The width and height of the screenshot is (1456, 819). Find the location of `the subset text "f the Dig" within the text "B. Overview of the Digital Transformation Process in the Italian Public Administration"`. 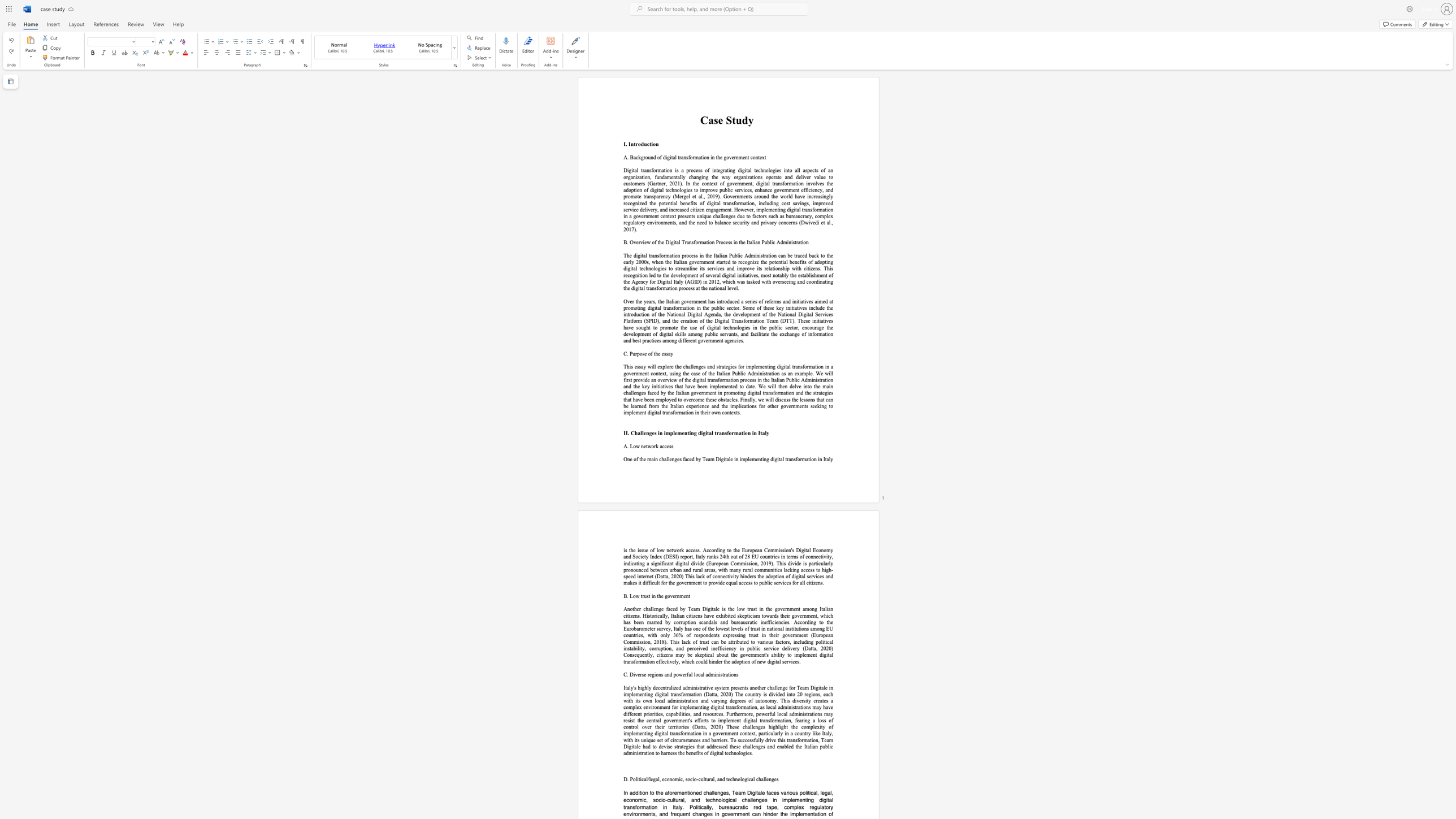

the subset text "f the Dig" within the text "B. Overview of the Digital Transformation Process in the Italian Public Administration" is located at coordinates (654, 241).